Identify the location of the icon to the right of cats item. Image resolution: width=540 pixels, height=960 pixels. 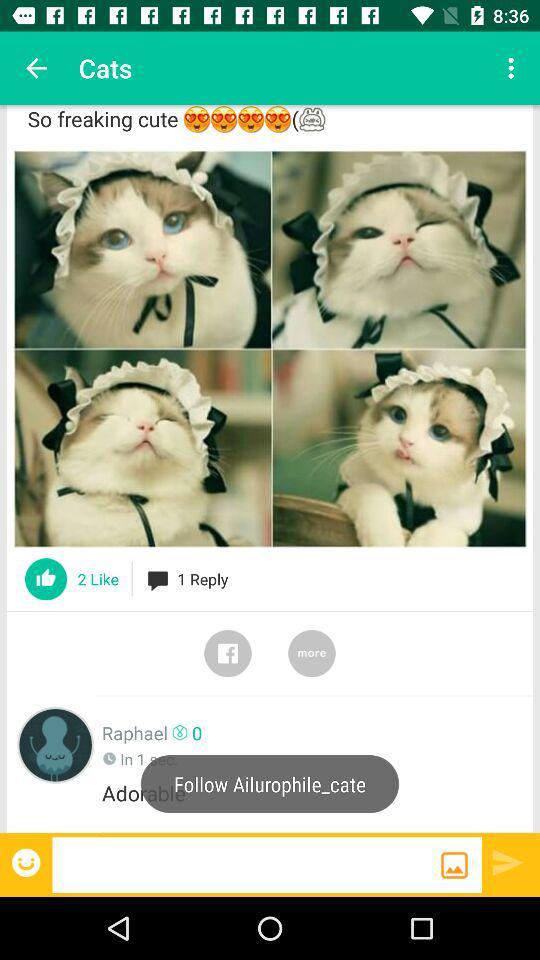
(513, 68).